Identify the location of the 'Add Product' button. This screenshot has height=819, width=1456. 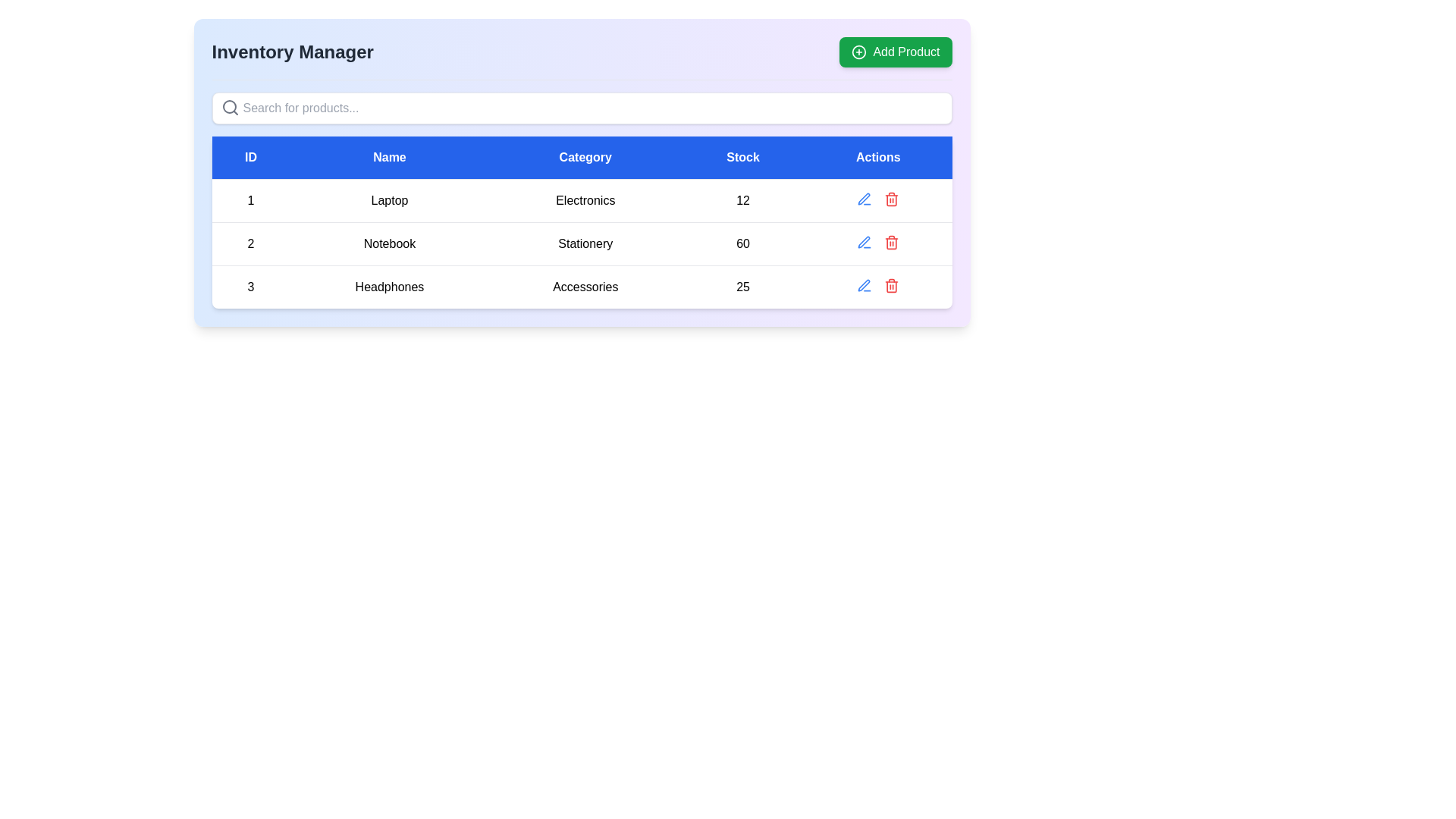
(896, 52).